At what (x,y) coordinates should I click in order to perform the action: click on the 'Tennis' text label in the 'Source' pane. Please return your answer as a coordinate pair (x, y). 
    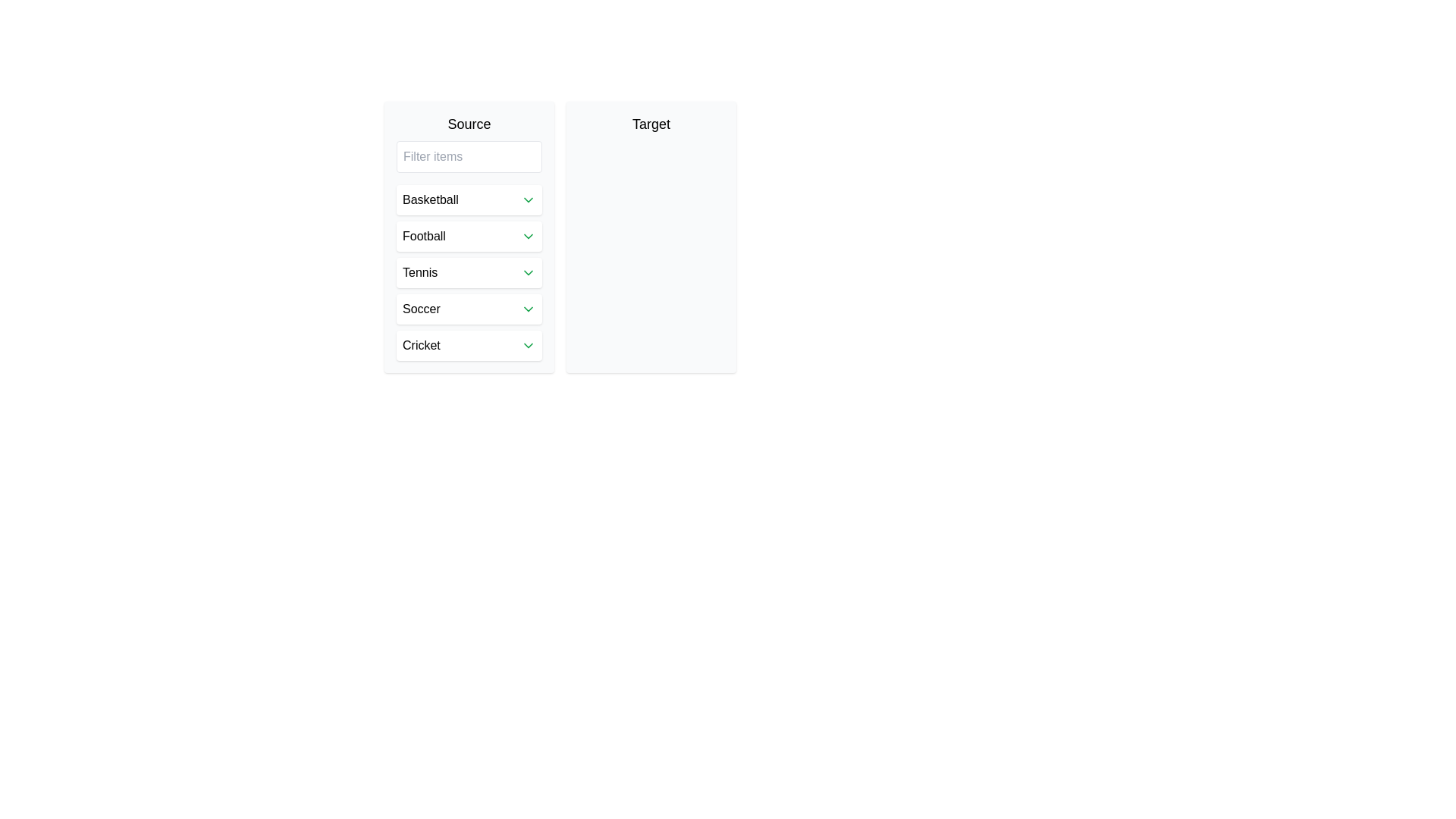
    Looking at the image, I should click on (420, 271).